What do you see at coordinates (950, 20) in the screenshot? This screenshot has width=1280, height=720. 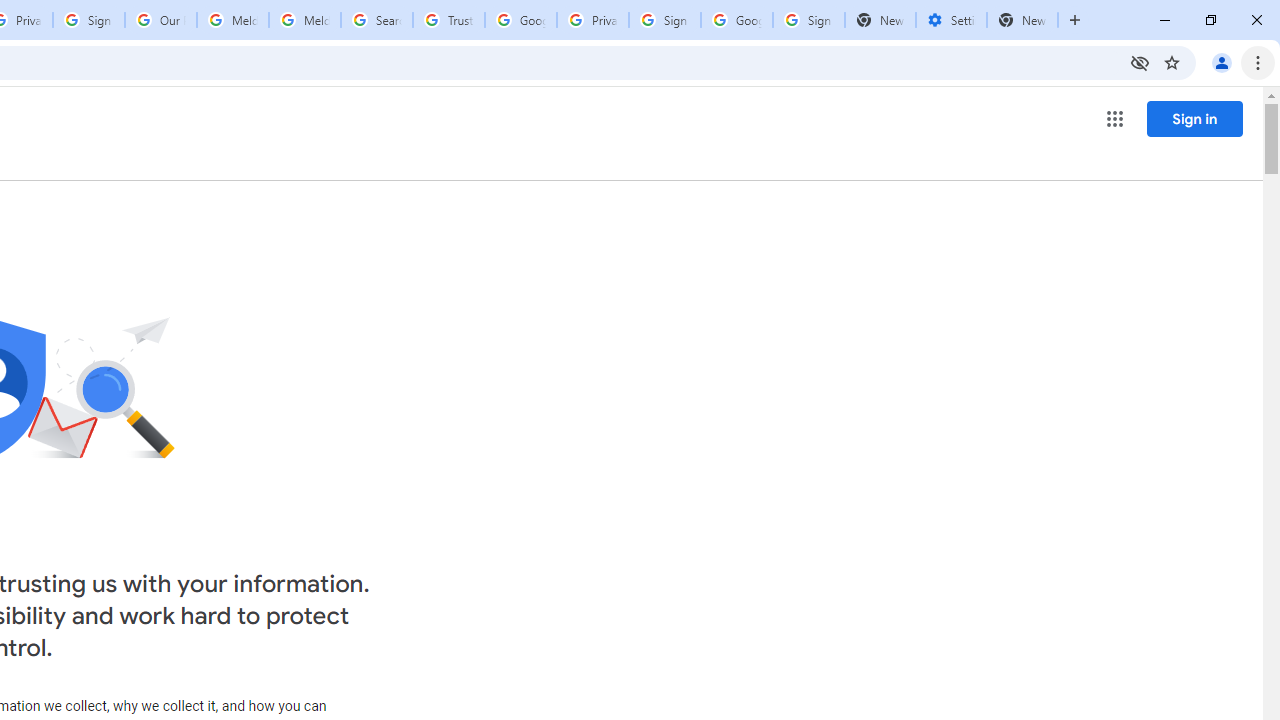 I see `'Settings - Addresses and more'` at bounding box center [950, 20].